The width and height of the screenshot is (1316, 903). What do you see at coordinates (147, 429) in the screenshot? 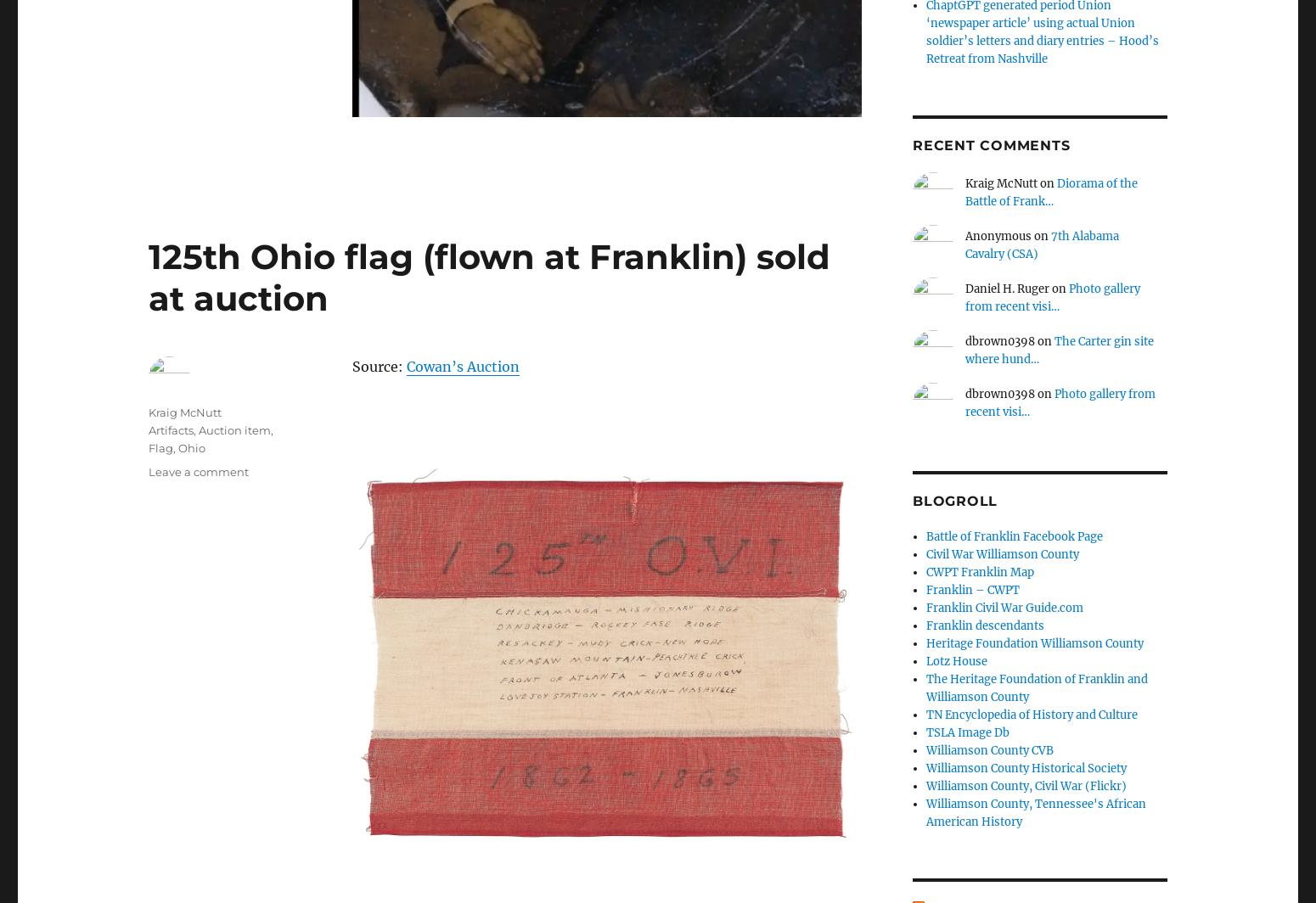
I see `'Artifacts'` at bounding box center [147, 429].